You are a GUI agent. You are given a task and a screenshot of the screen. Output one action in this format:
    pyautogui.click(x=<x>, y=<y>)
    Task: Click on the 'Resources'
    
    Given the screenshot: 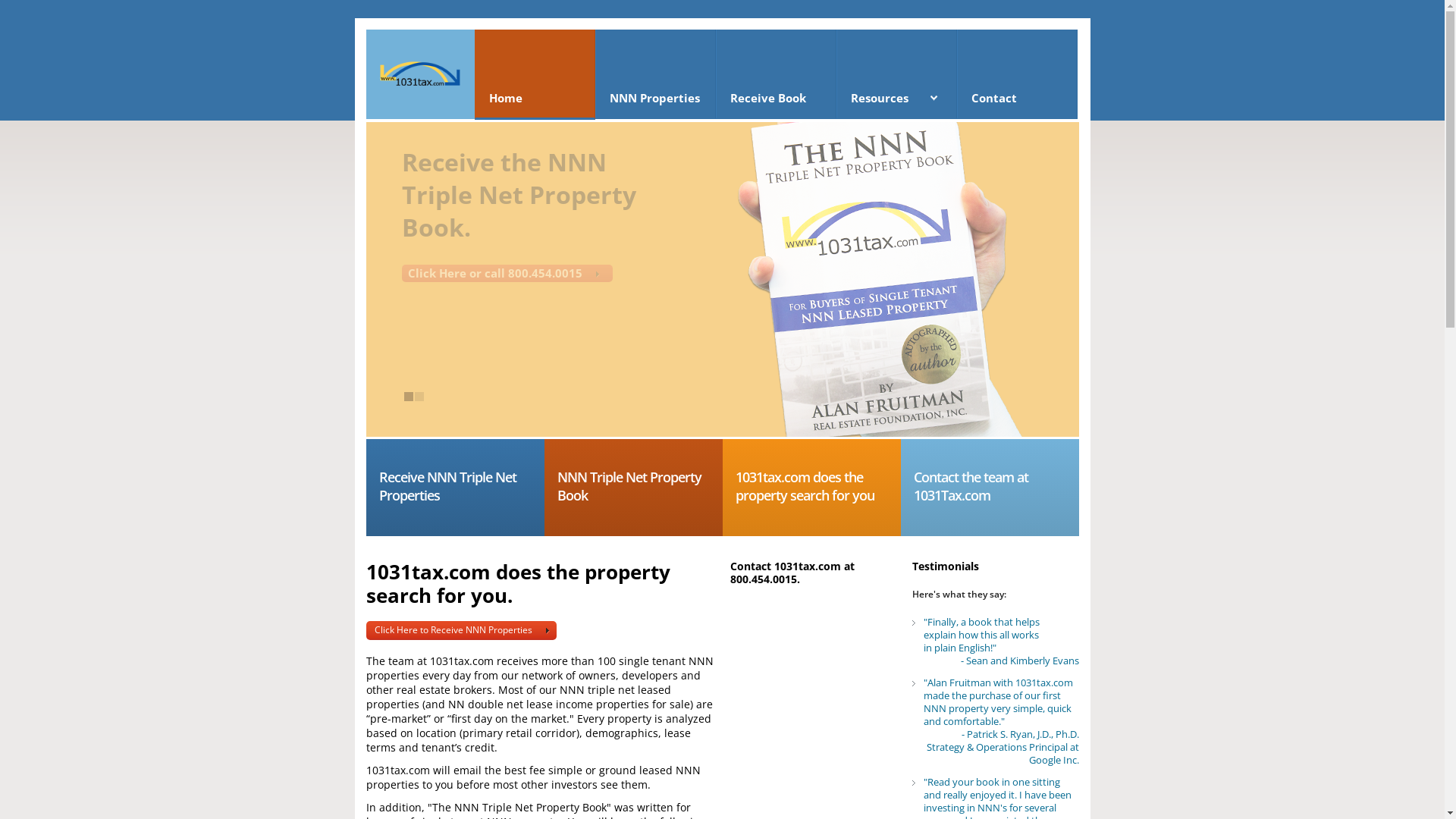 What is the action you would take?
    pyautogui.click(x=896, y=74)
    